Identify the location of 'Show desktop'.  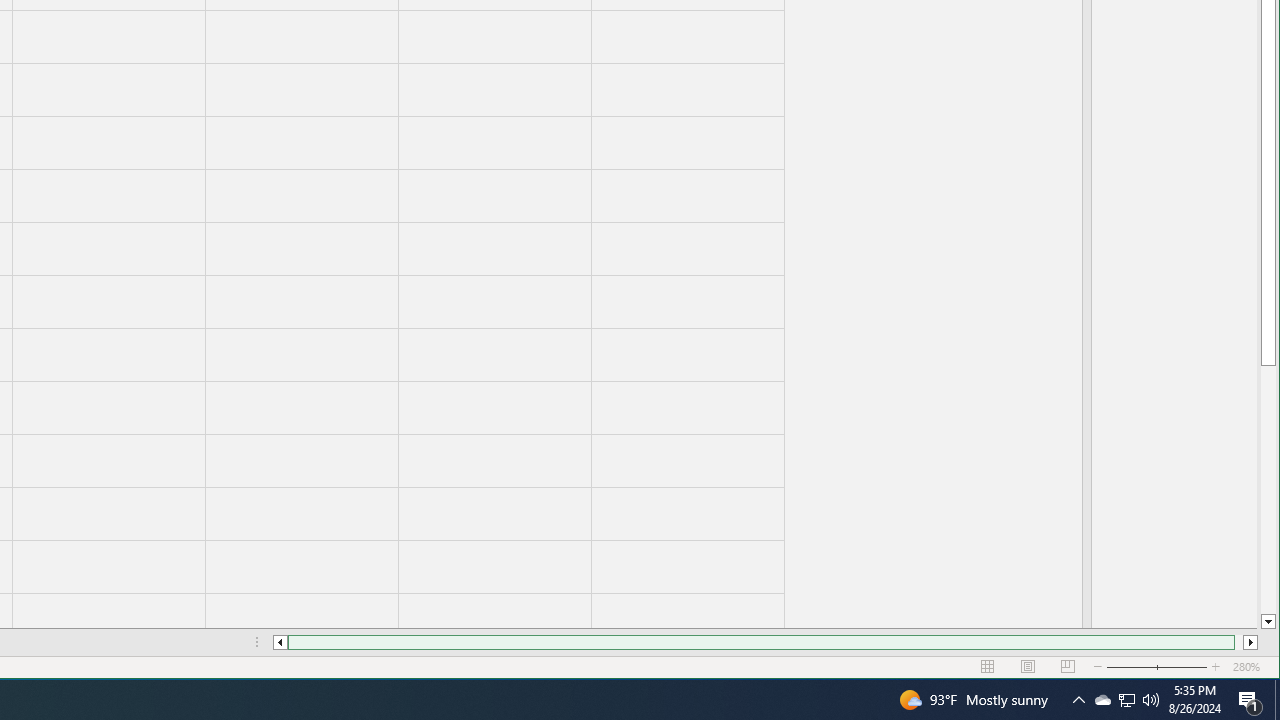
(1276, 698).